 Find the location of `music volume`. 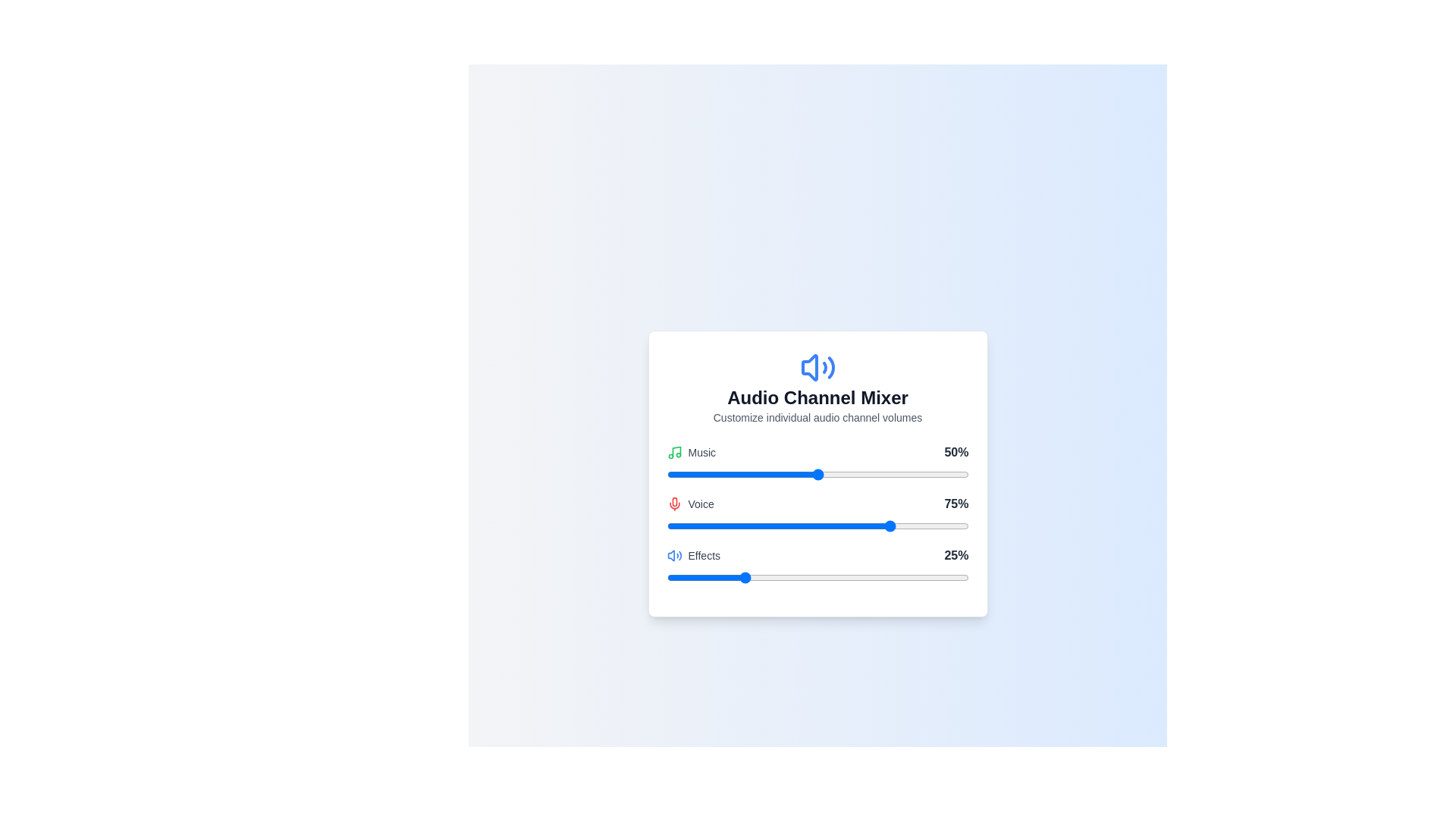

music volume is located at coordinates (884, 473).